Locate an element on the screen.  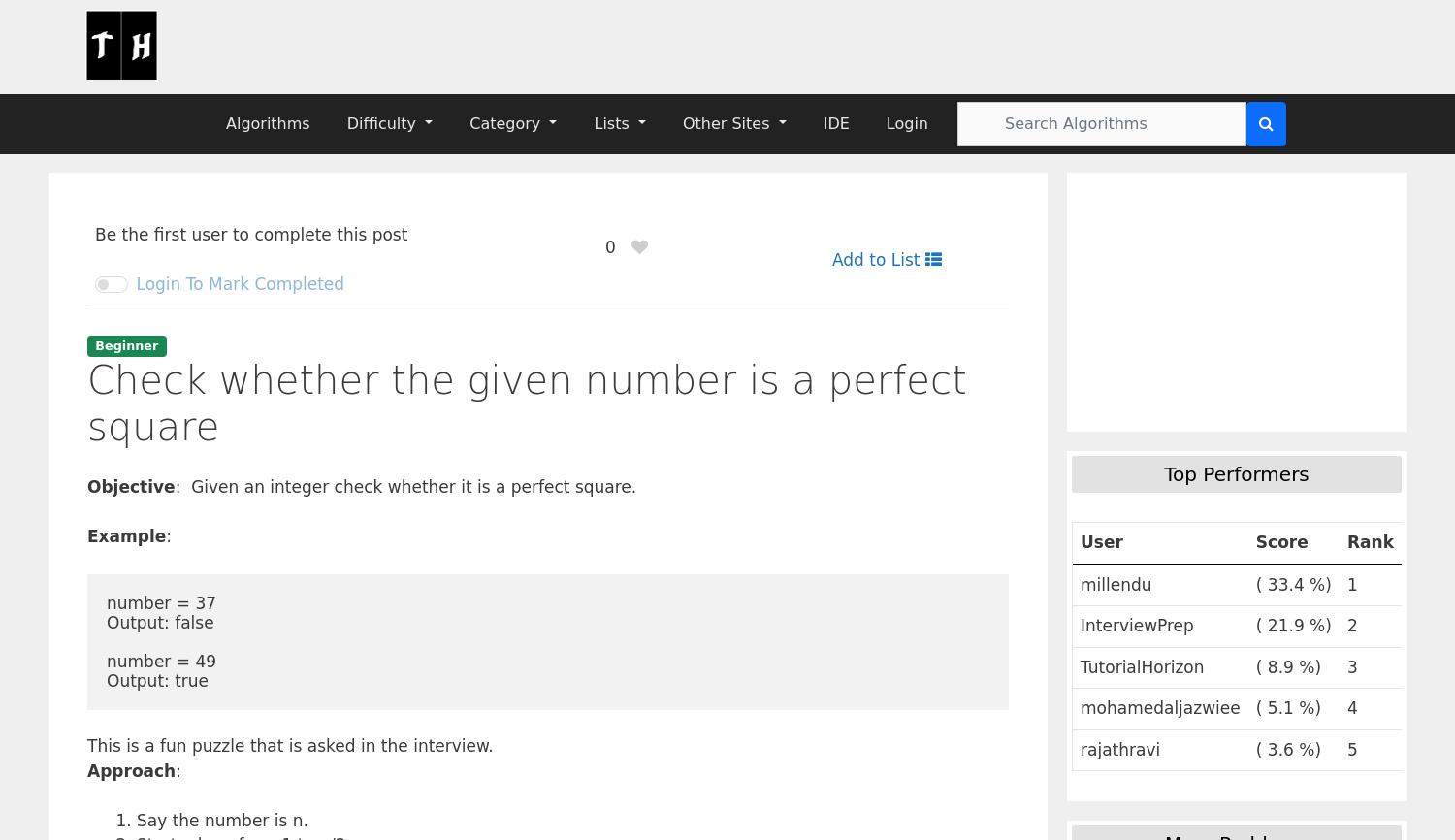
'140' is located at coordinates (1289, 403).